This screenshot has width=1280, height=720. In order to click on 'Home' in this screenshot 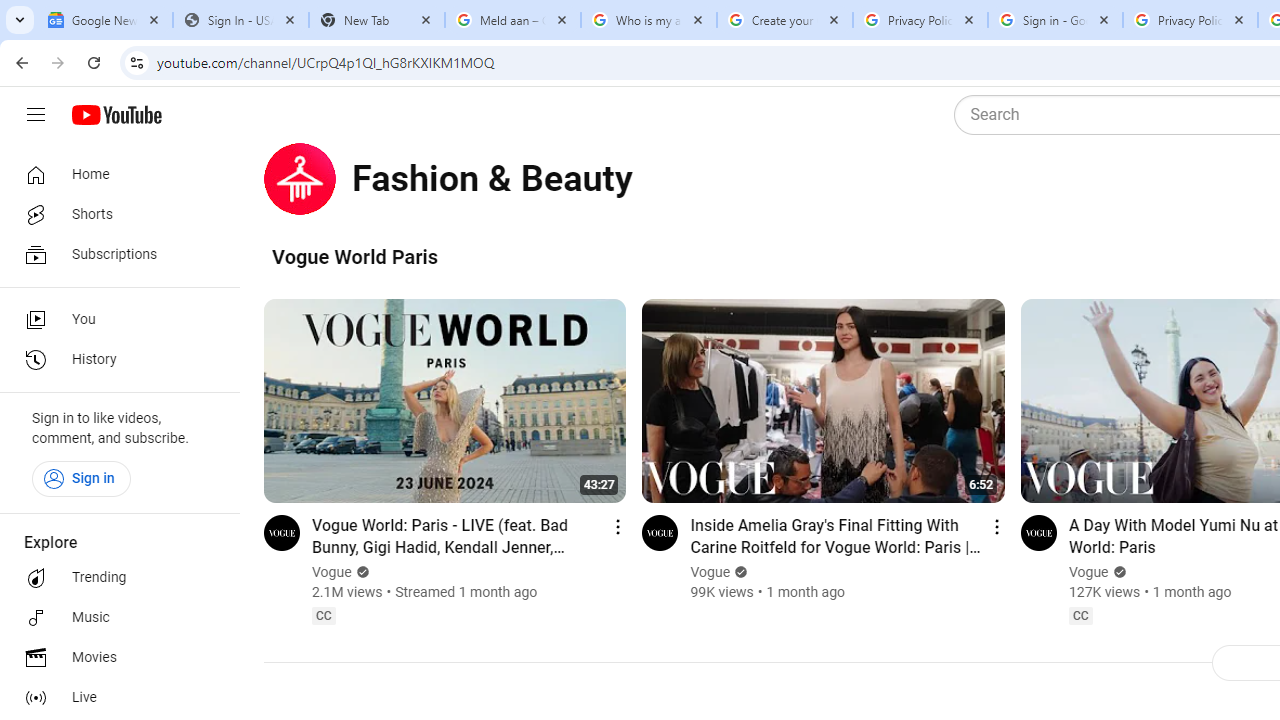, I will do `click(112, 173)`.